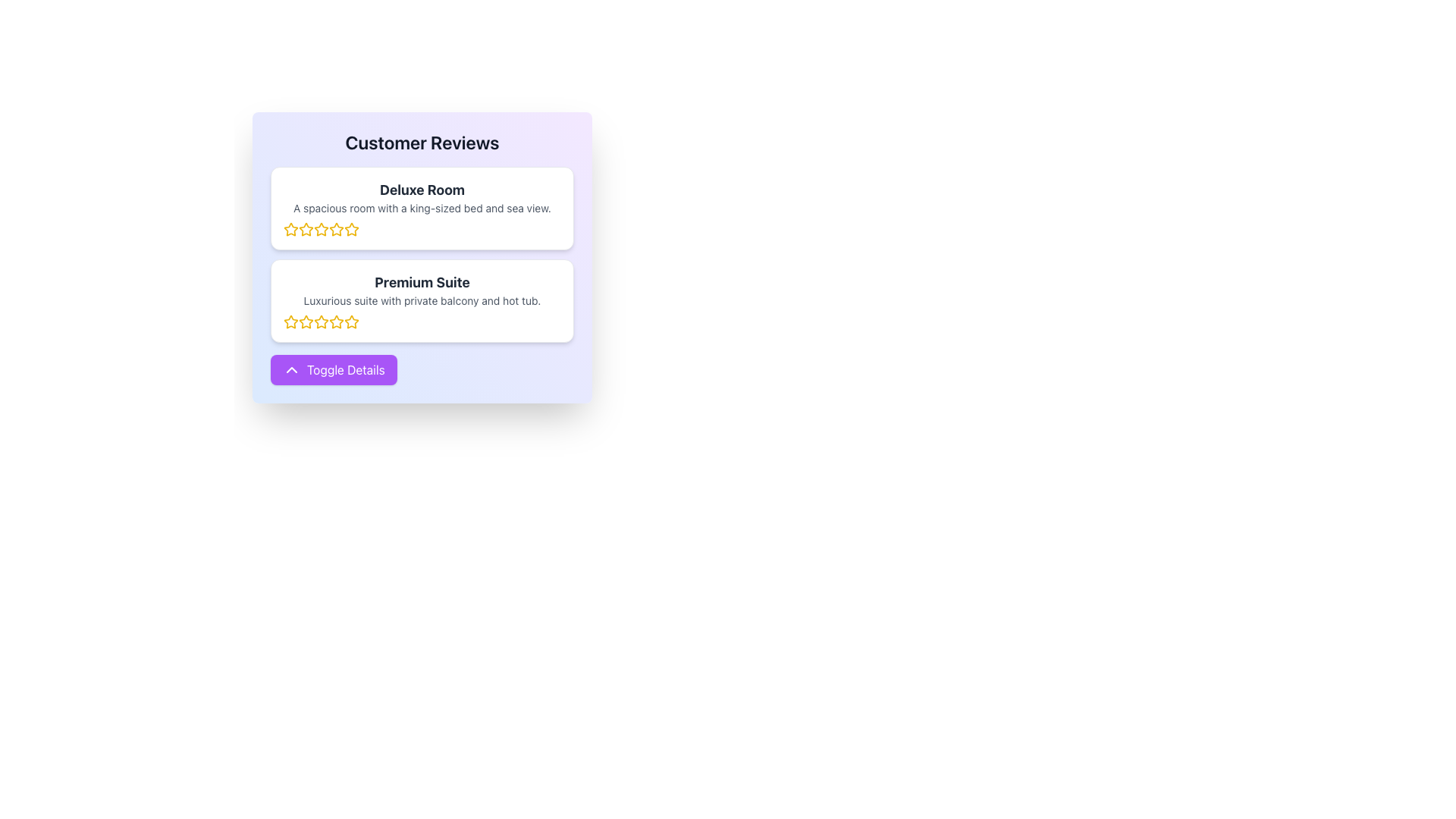 The height and width of the screenshot is (819, 1456). Describe the element at coordinates (336, 230) in the screenshot. I see `the fifth star in the star rating sequence for the 'Deluxe Room' review to rate it` at that location.